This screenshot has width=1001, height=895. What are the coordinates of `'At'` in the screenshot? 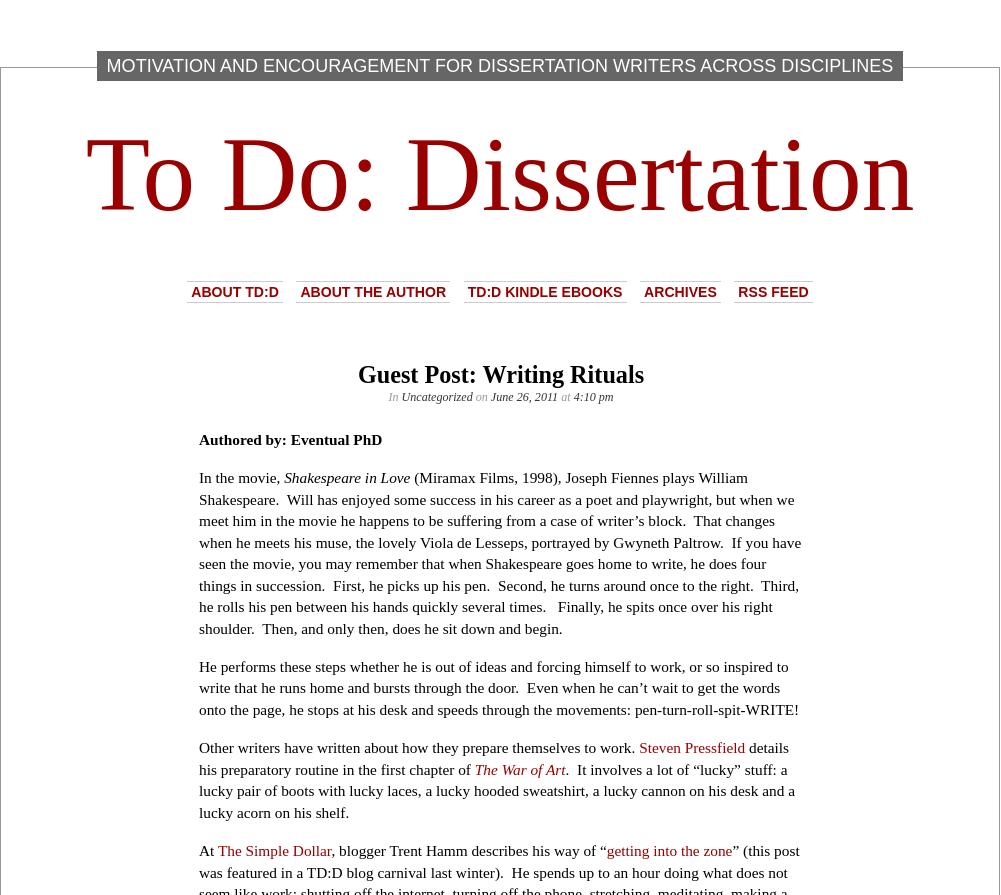 It's located at (198, 849).